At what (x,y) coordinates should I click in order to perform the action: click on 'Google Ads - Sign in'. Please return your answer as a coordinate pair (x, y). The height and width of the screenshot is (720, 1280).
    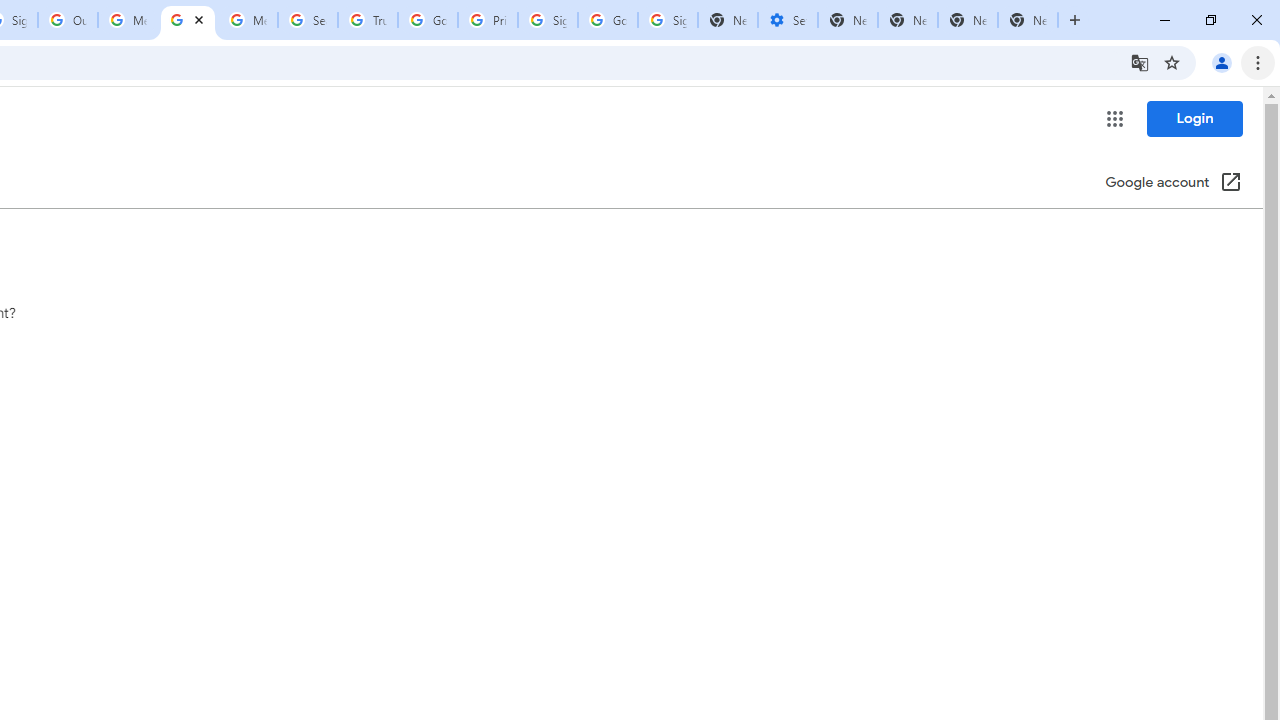
    Looking at the image, I should click on (427, 20).